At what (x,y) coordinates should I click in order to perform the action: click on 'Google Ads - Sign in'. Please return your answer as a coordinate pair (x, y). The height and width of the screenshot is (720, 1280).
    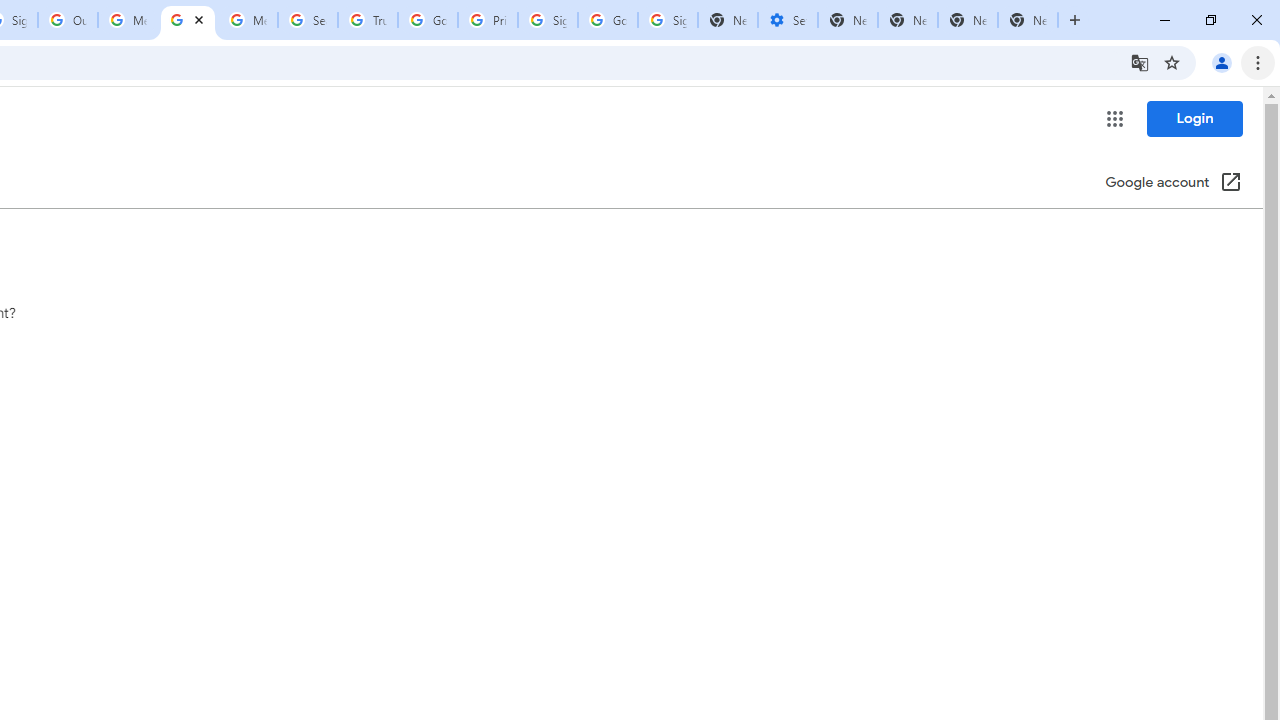
    Looking at the image, I should click on (427, 20).